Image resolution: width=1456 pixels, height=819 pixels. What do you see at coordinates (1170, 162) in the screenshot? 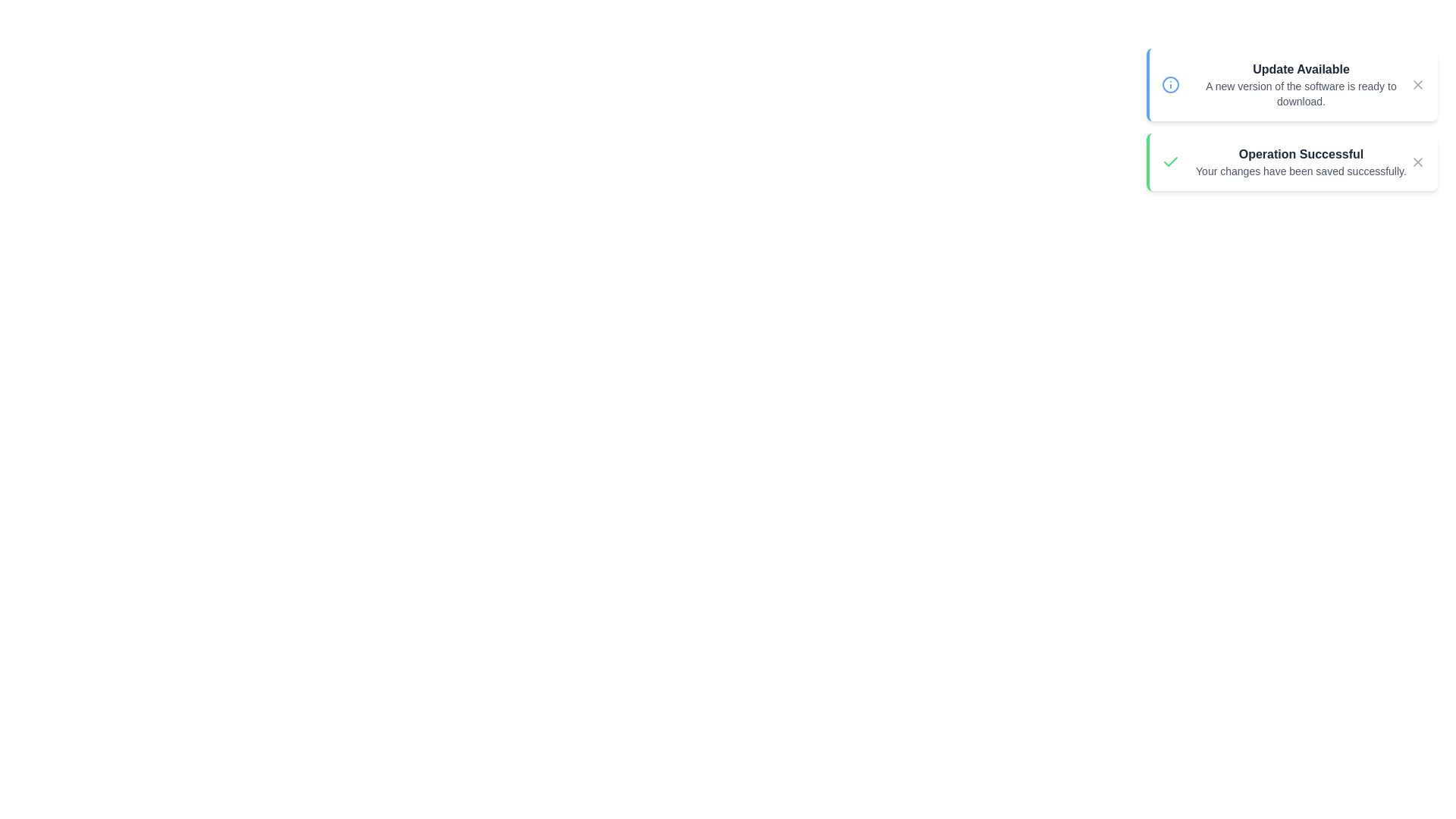
I see `the success icon located at the leftmost position of the notification message labeled 'Operation Successful'` at bounding box center [1170, 162].